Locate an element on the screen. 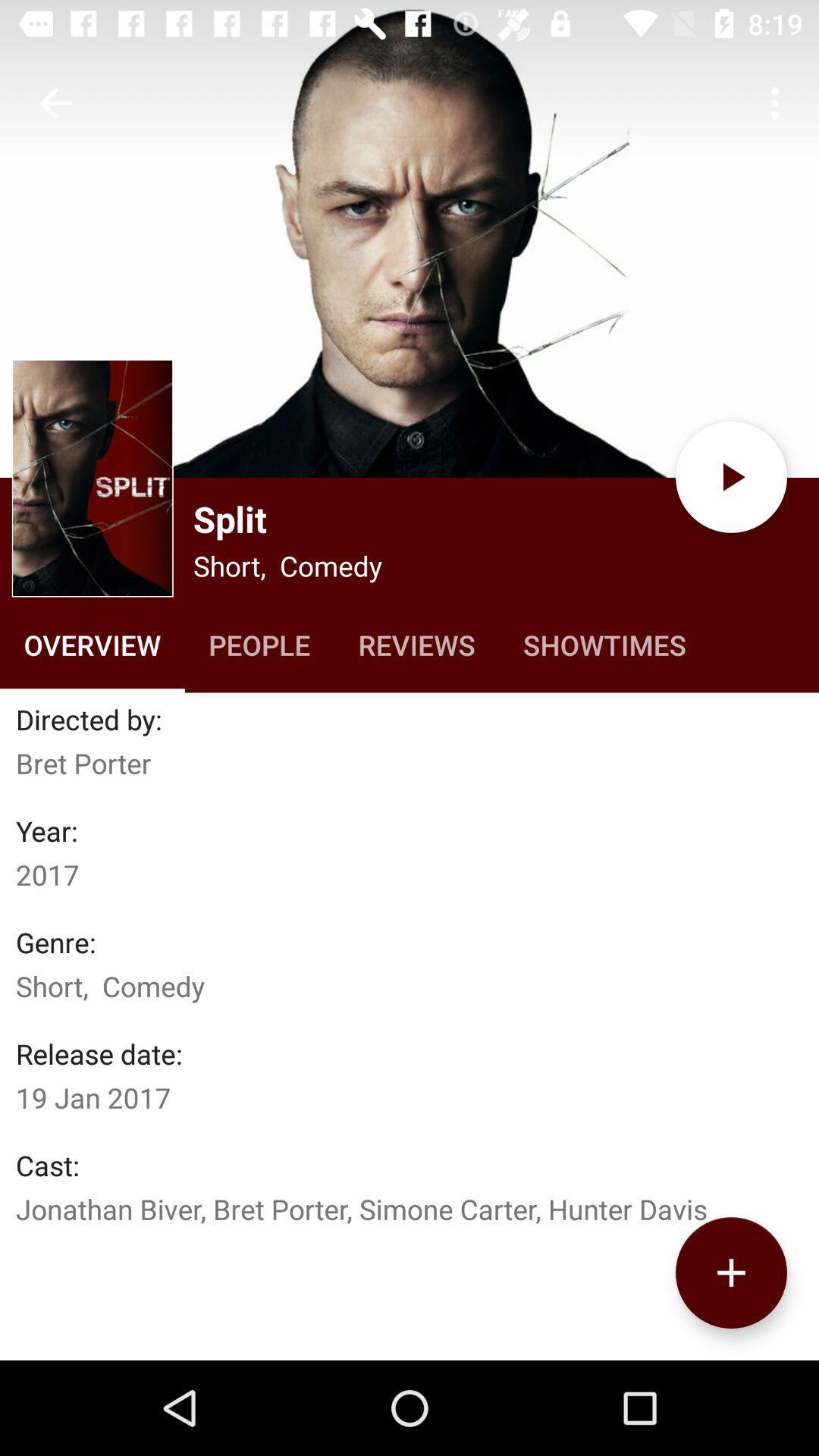 This screenshot has height=1456, width=819. the icon above the overview icon is located at coordinates (93, 477).